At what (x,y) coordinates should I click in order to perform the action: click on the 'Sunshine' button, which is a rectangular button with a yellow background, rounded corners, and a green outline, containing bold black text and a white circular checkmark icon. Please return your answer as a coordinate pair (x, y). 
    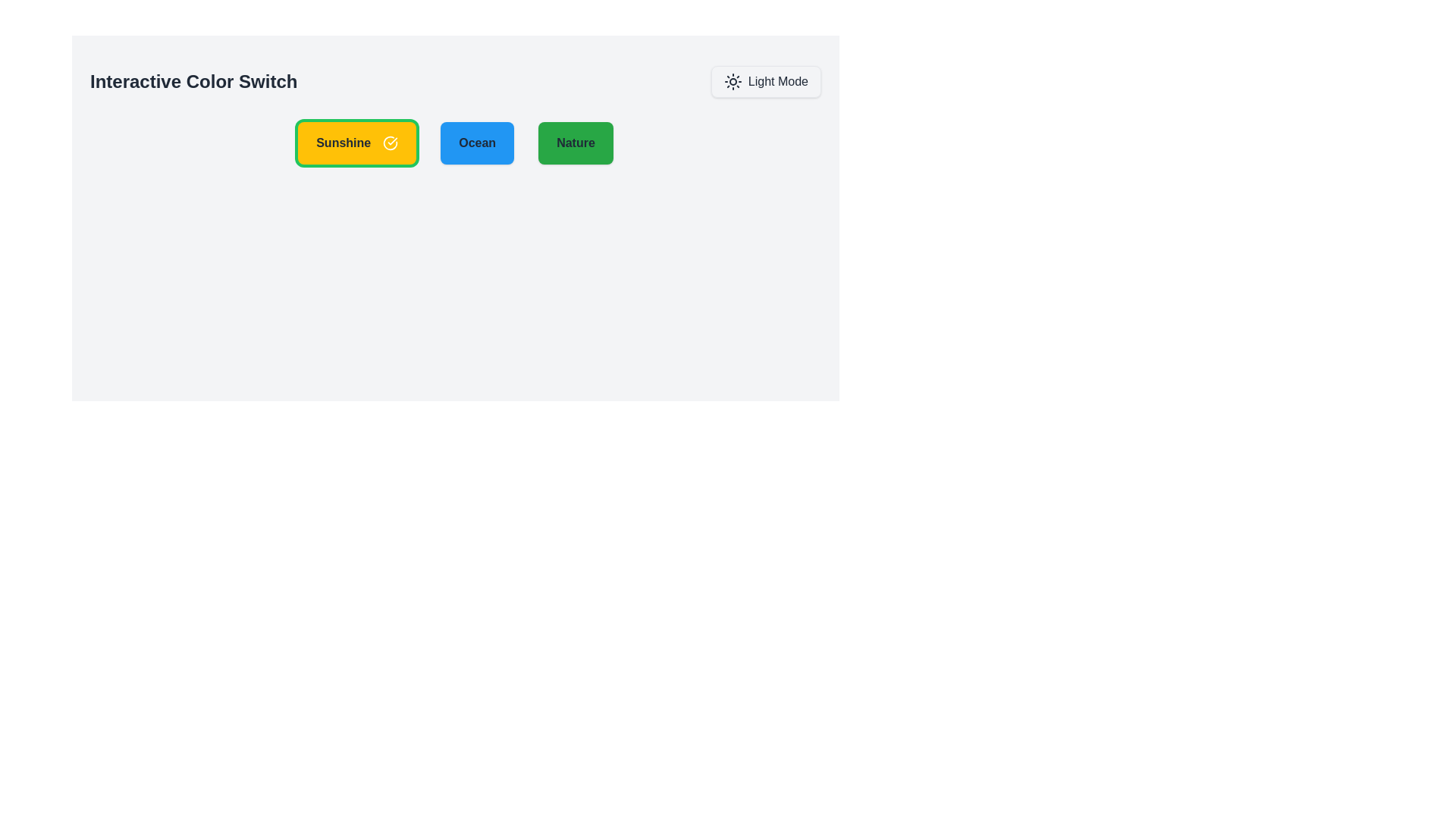
    Looking at the image, I should click on (356, 143).